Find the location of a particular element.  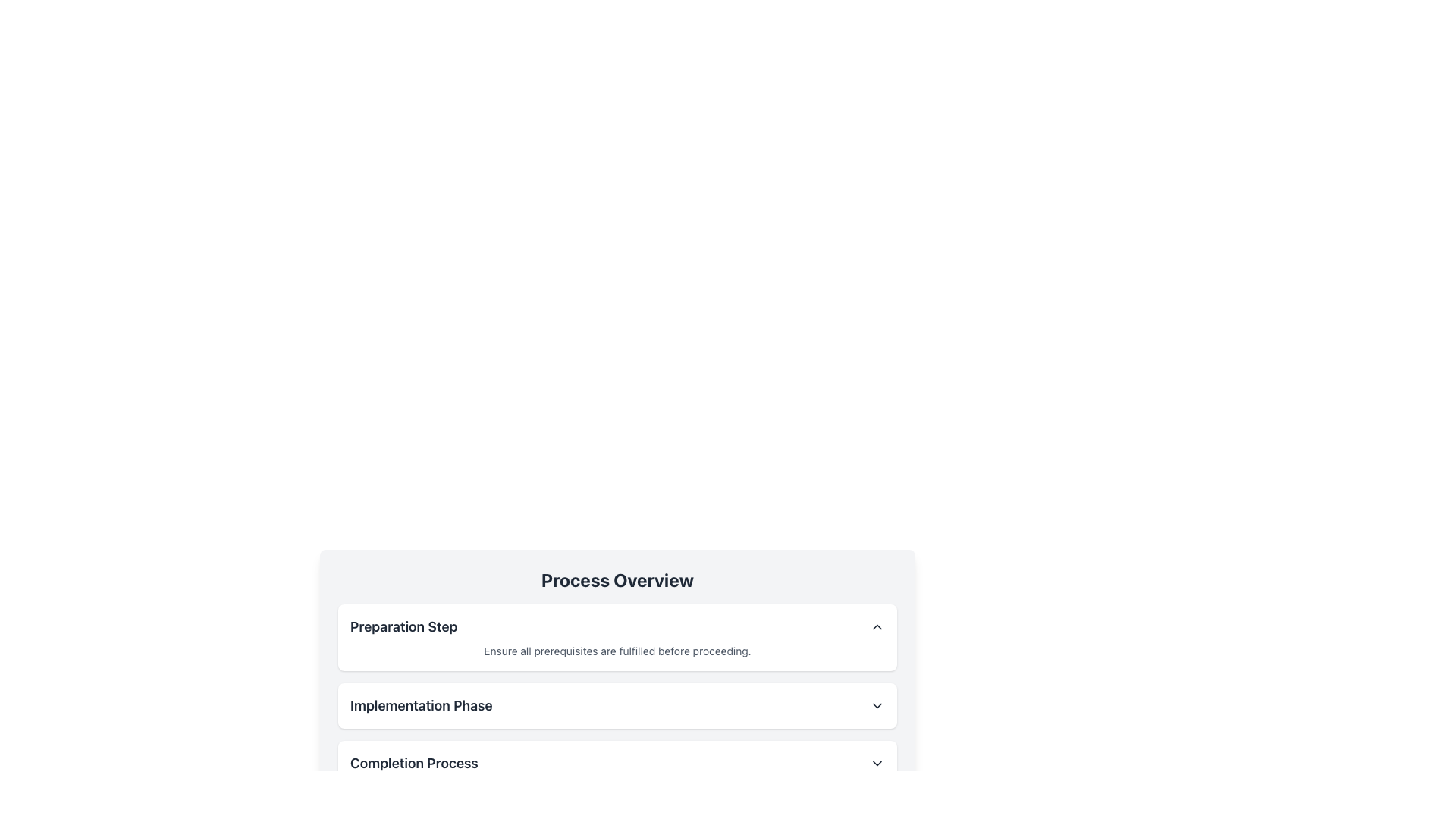

the downward-pointing chevron icon, which is styled as an SVG graphic with a stroke width of 2, located to the right of the text label 'Completion Process' is located at coordinates (877, 763).